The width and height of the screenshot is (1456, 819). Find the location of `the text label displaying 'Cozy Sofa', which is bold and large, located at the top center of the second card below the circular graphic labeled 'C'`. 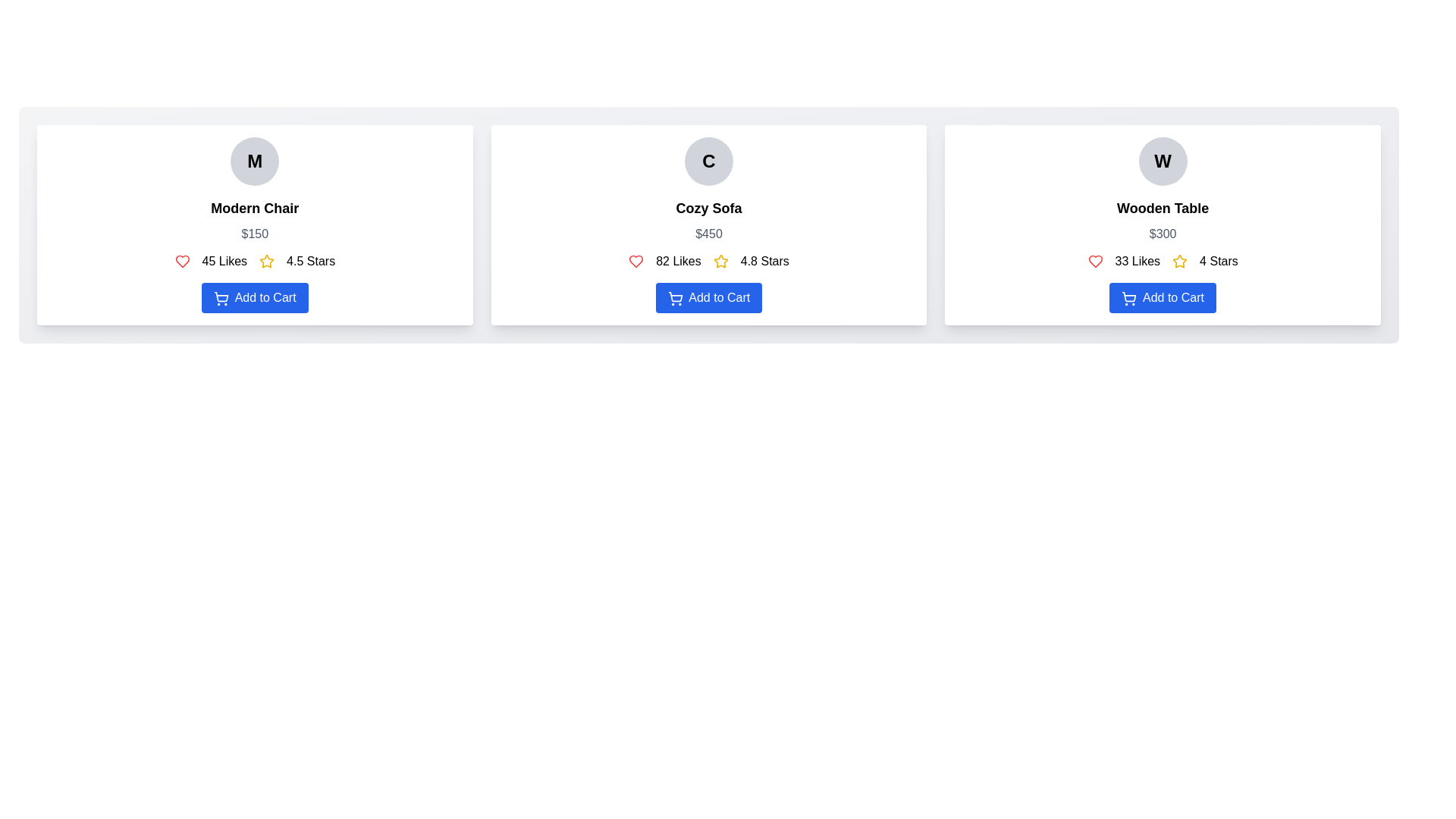

the text label displaying 'Cozy Sofa', which is bold and large, located at the top center of the second card below the circular graphic labeled 'C' is located at coordinates (708, 208).